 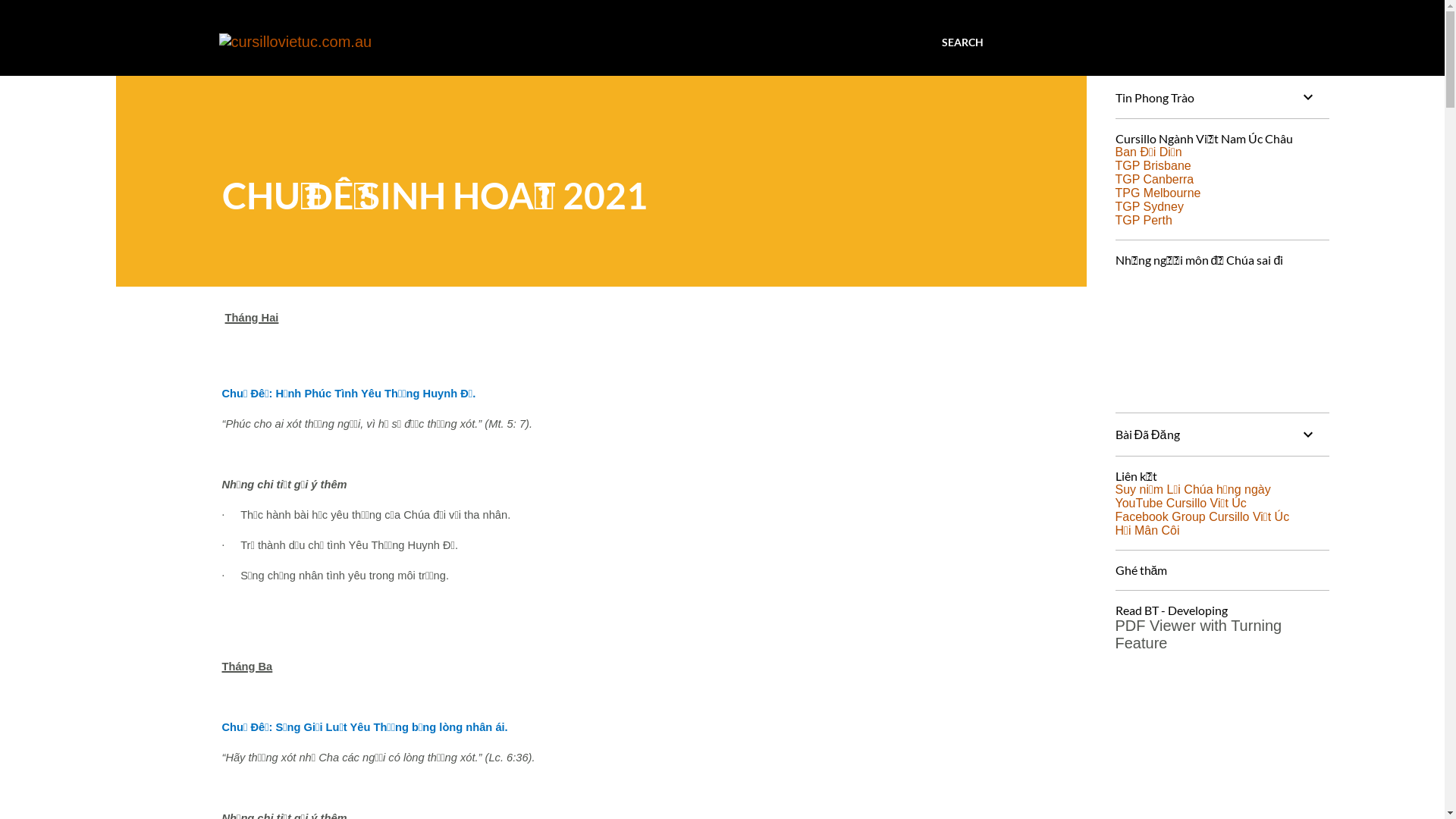 I want to click on 'TGP Sydney', so click(x=1114, y=206).